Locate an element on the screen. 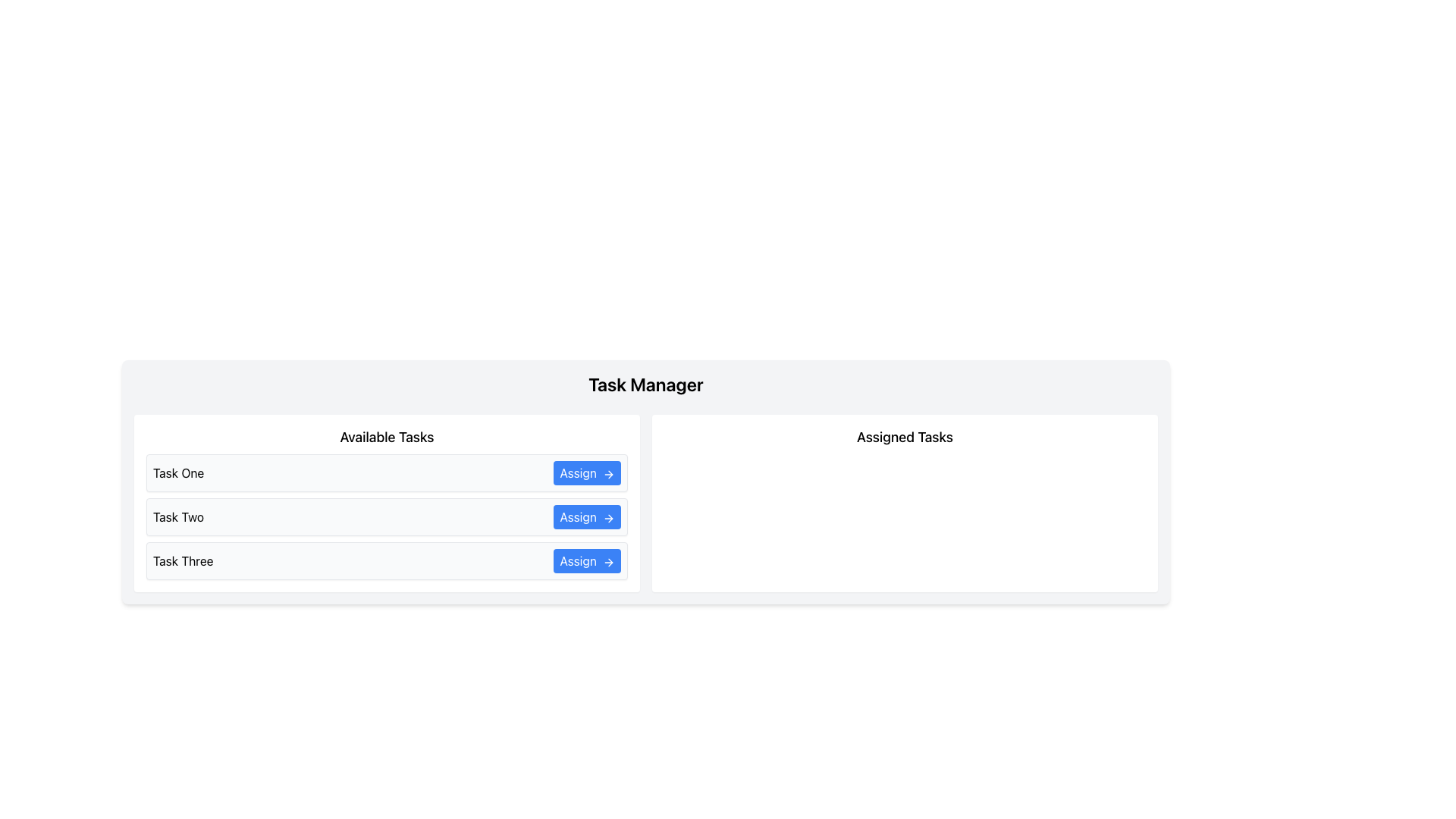 Image resolution: width=1456 pixels, height=819 pixels. the right-facing arrow icon located at the far-right end of the 'Assign' button in the third row of task items under 'Available Tasks' is located at coordinates (608, 561).